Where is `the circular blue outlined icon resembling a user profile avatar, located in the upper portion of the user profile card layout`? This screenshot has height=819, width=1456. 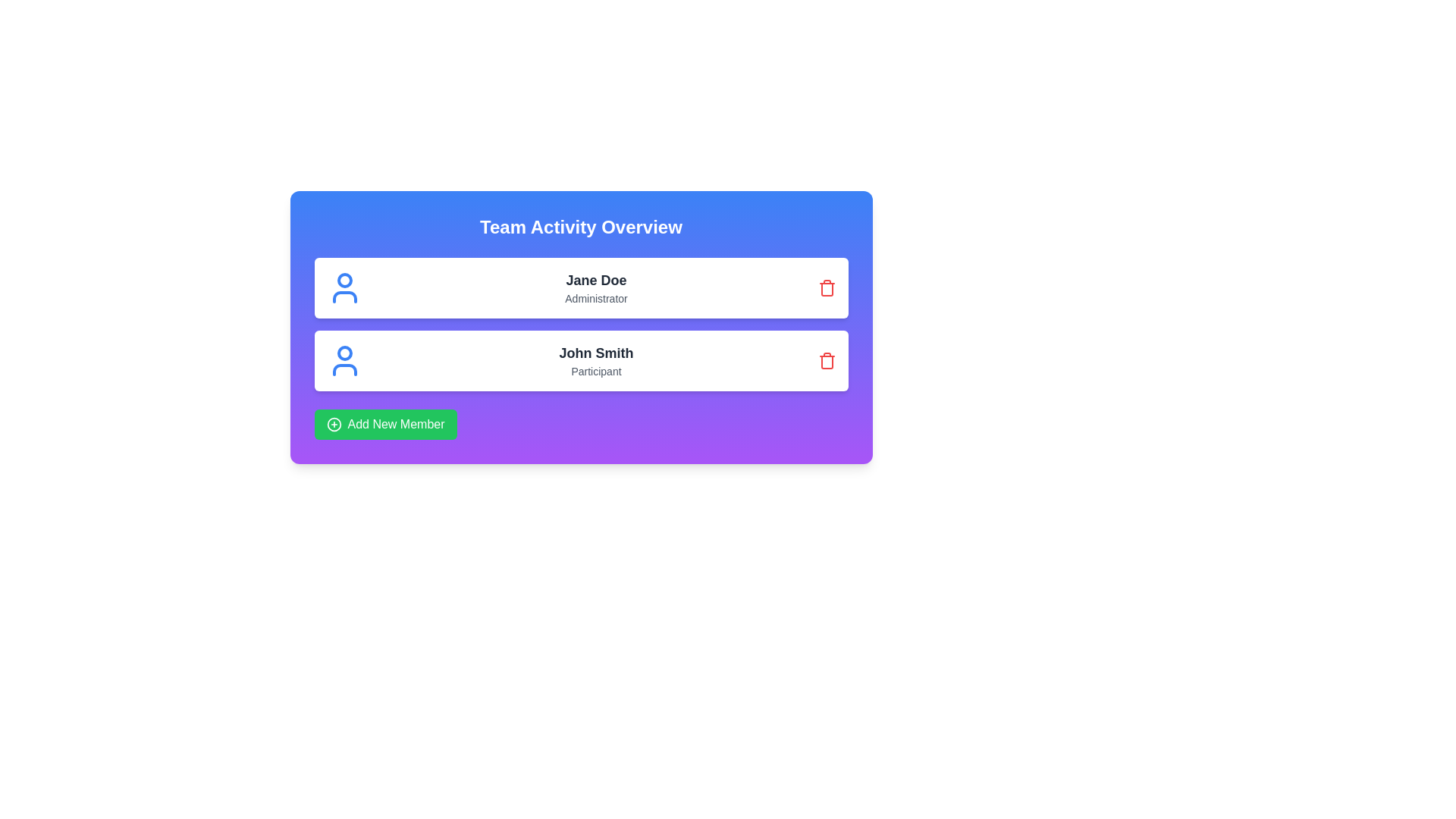
the circular blue outlined icon resembling a user profile avatar, located in the upper portion of the user profile card layout is located at coordinates (344, 281).